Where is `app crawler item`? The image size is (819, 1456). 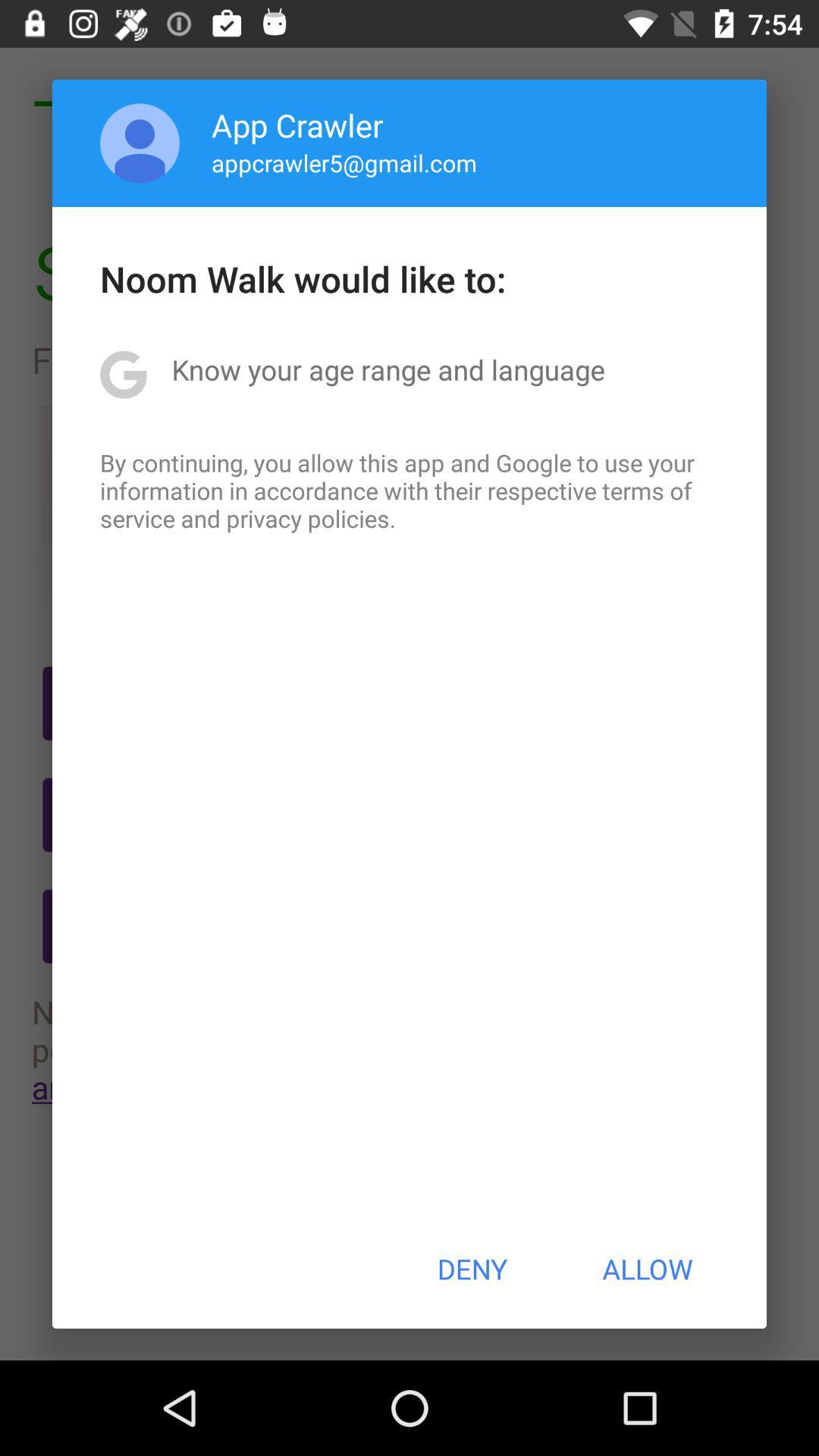
app crawler item is located at coordinates (297, 124).